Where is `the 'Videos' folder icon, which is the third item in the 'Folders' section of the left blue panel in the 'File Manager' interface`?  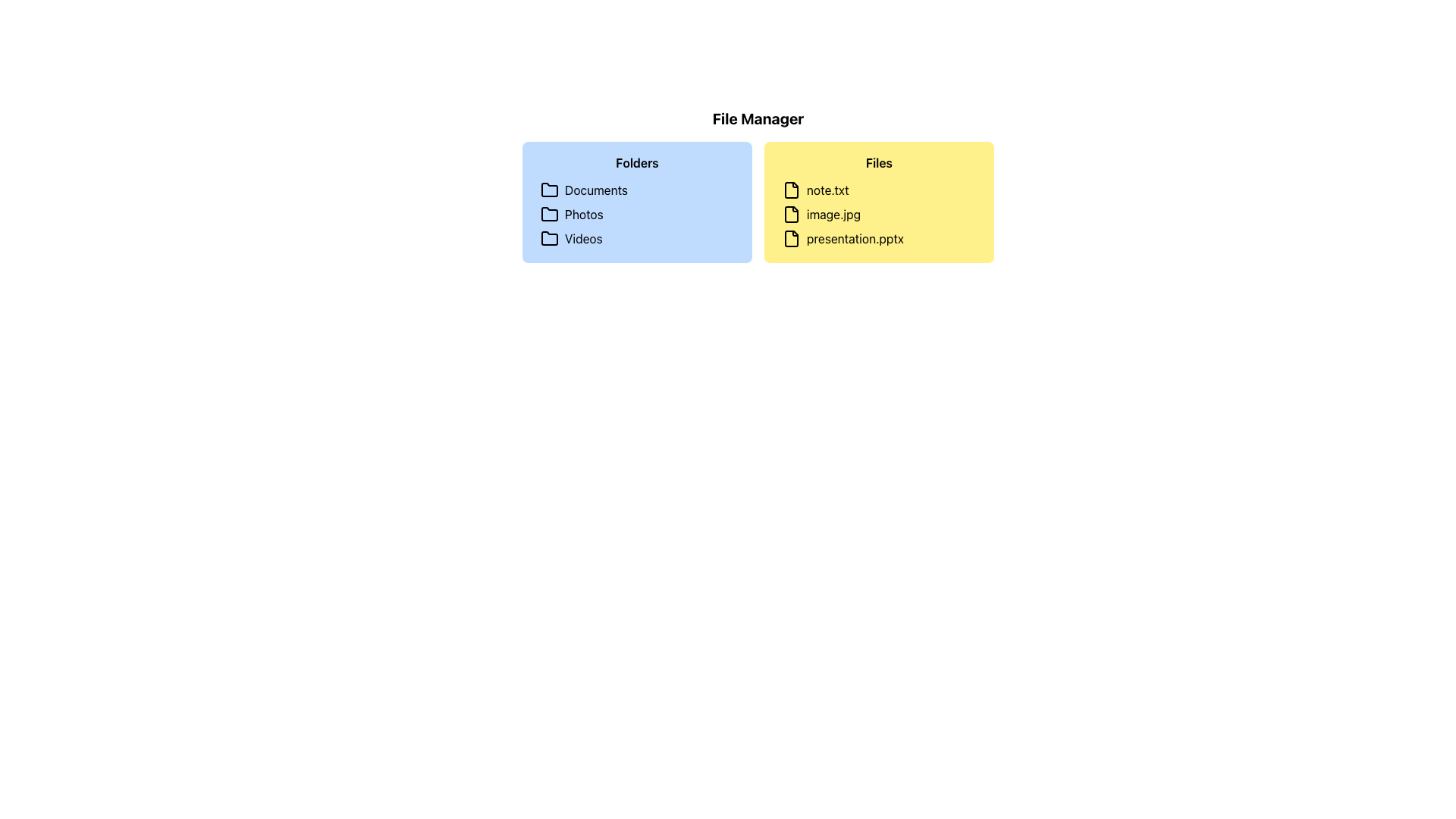 the 'Videos' folder icon, which is the third item in the 'Folders' section of the left blue panel in the 'File Manager' interface is located at coordinates (548, 238).